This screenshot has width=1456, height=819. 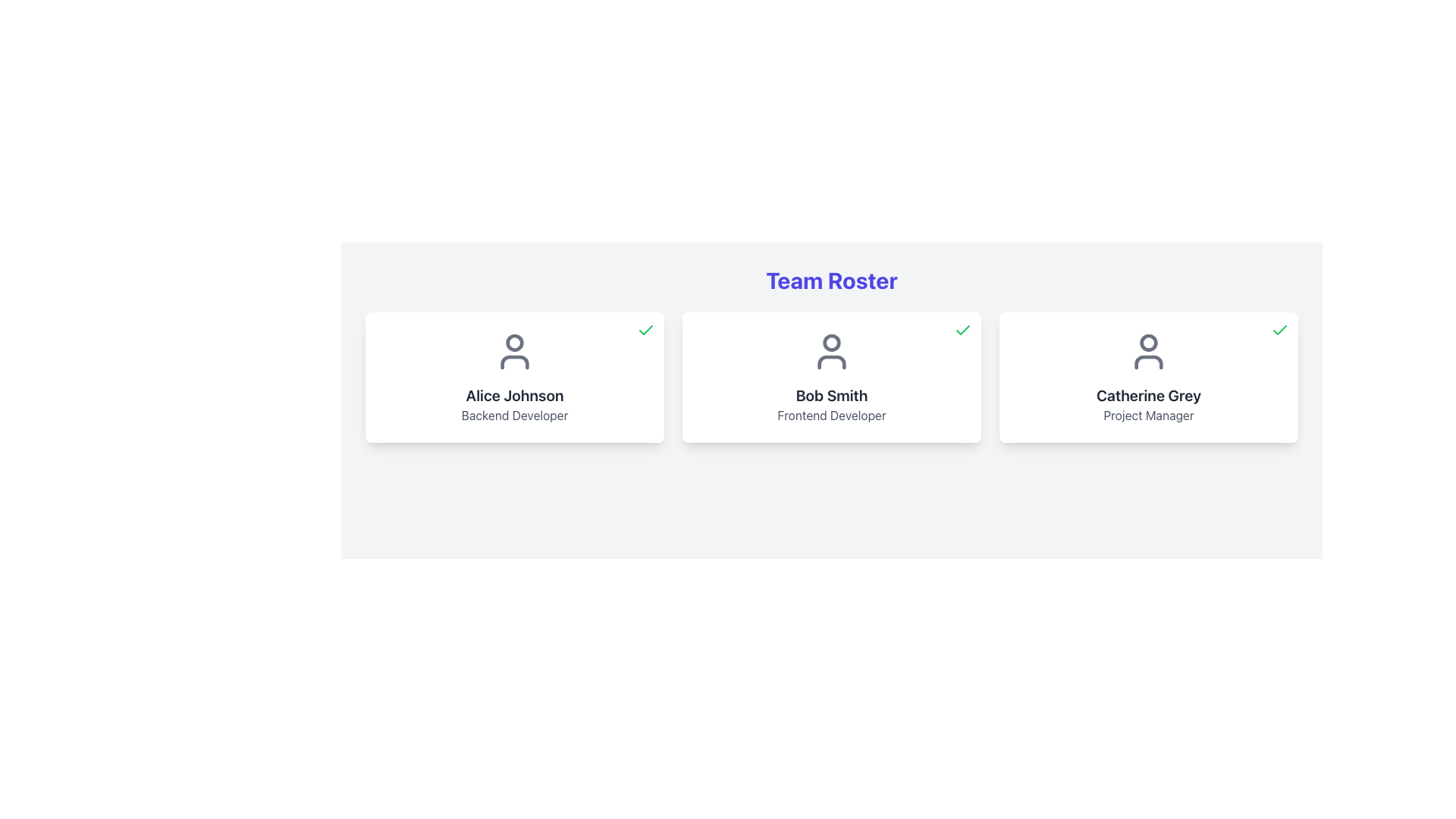 What do you see at coordinates (645, 329) in the screenshot?
I see `the confirmation icon located in the top-right corner of the card labeled 'Alice Johnson', which indicates that the associated item is confirmed, active, or selected` at bounding box center [645, 329].